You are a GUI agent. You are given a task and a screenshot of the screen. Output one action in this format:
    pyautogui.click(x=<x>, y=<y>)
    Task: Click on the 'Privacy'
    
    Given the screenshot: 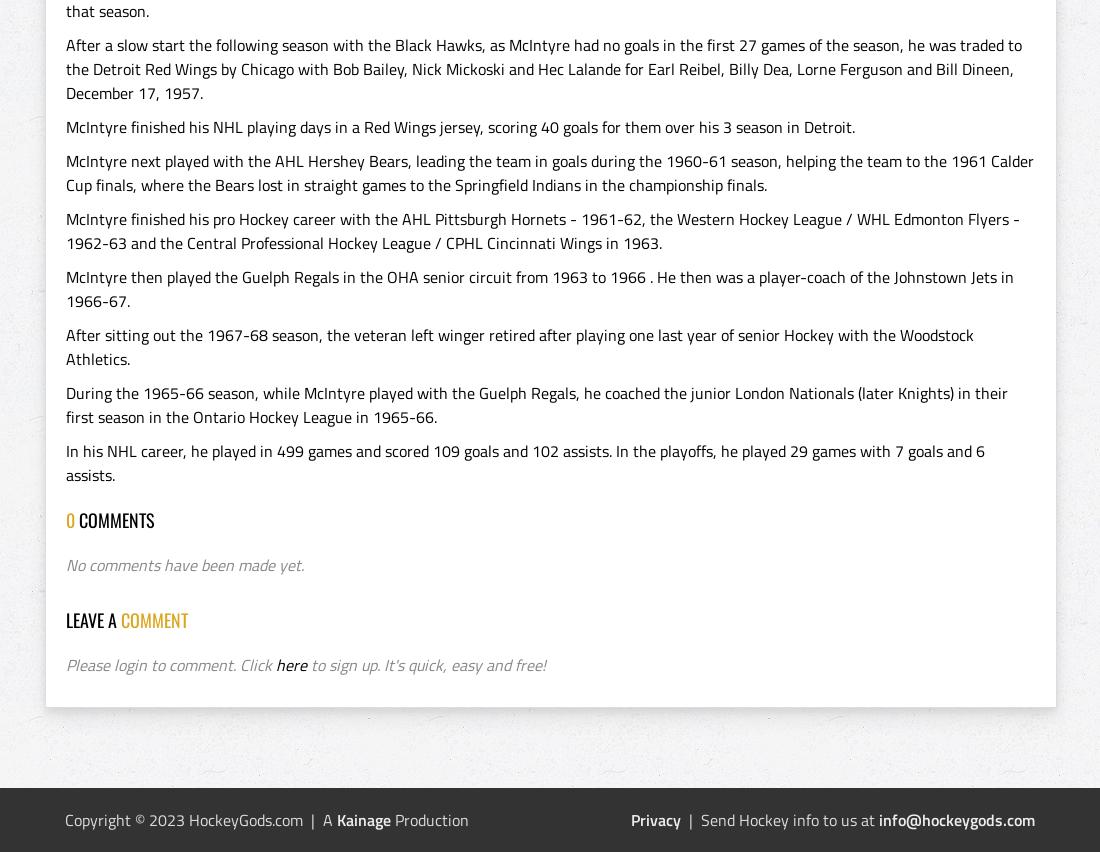 What is the action you would take?
    pyautogui.click(x=630, y=819)
    